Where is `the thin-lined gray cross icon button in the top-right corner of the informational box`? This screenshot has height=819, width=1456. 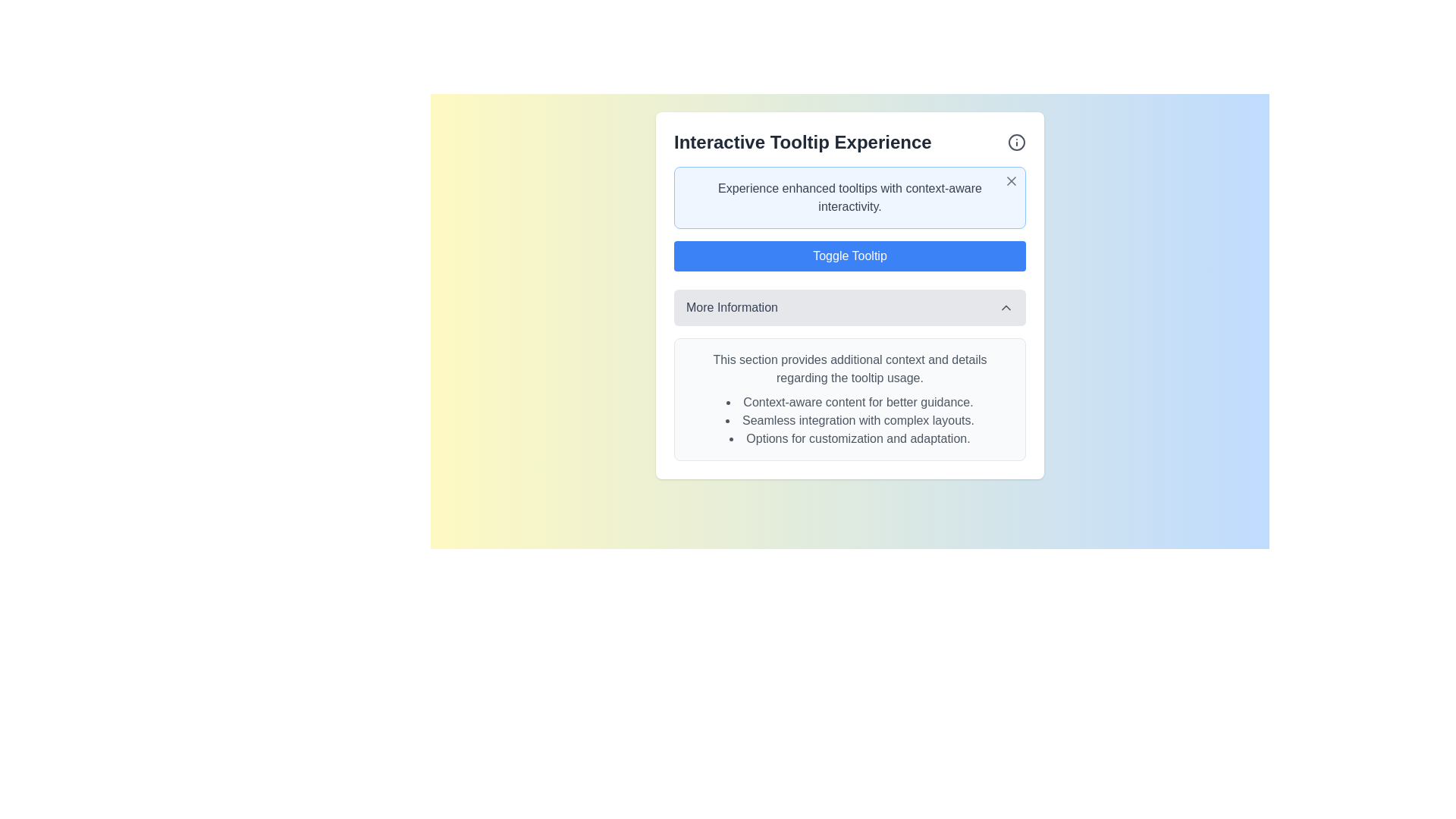
the thin-lined gray cross icon button in the top-right corner of the informational box is located at coordinates (1012, 180).